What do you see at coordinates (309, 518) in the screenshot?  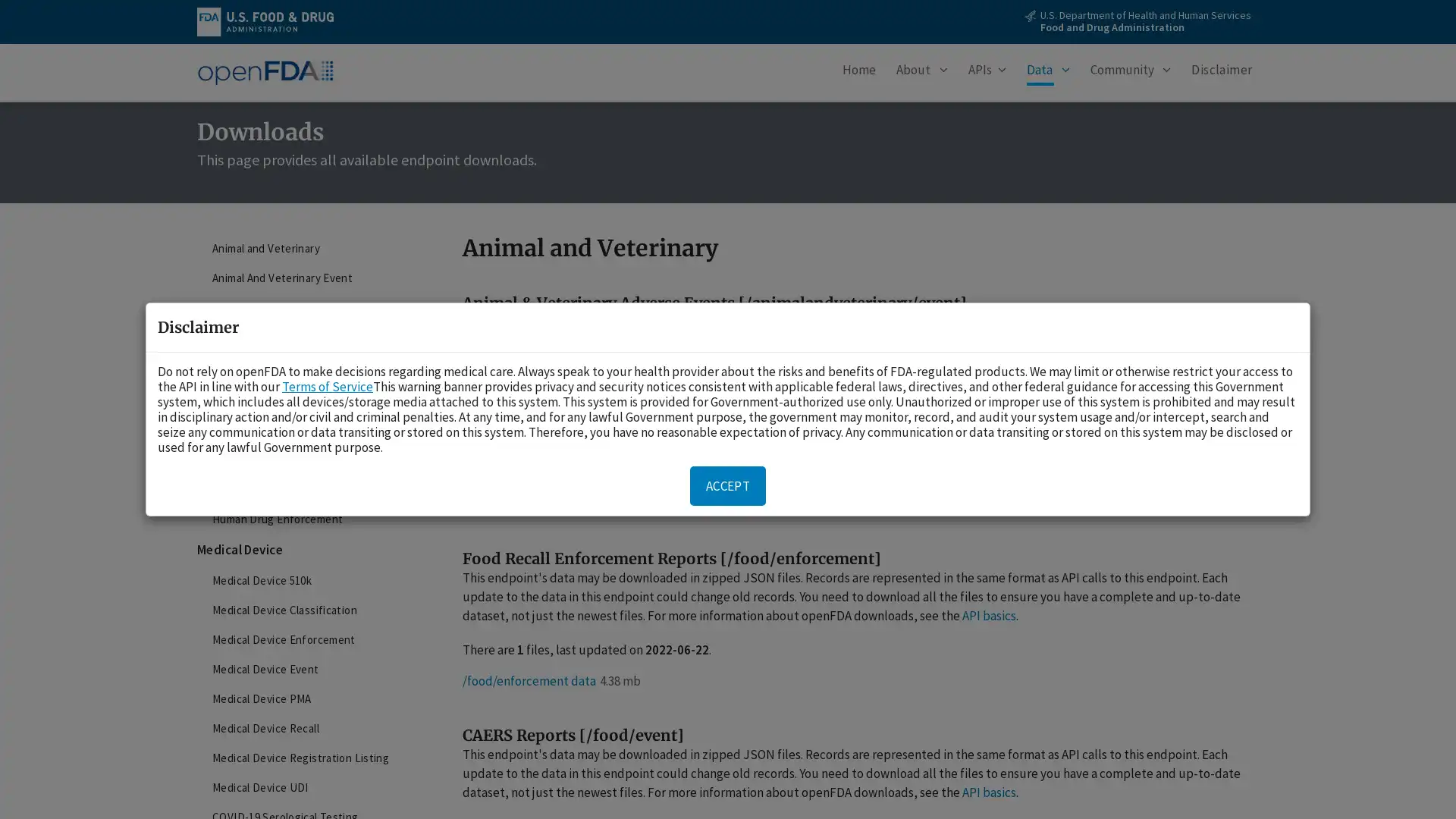 I see `Human Drug Enforcement` at bounding box center [309, 518].